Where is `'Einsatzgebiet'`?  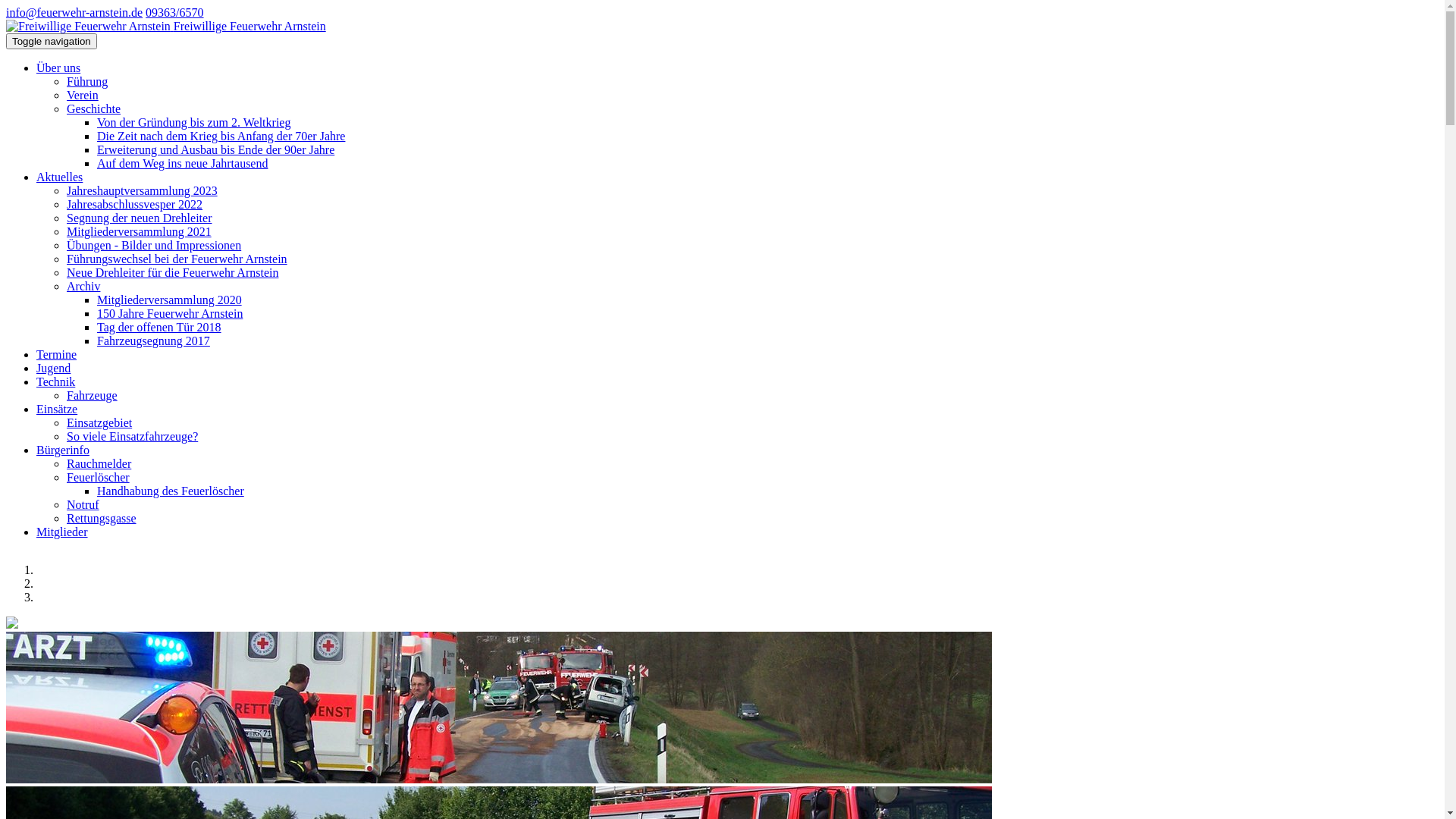 'Einsatzgebiet' is located at coordinates (98, 422).